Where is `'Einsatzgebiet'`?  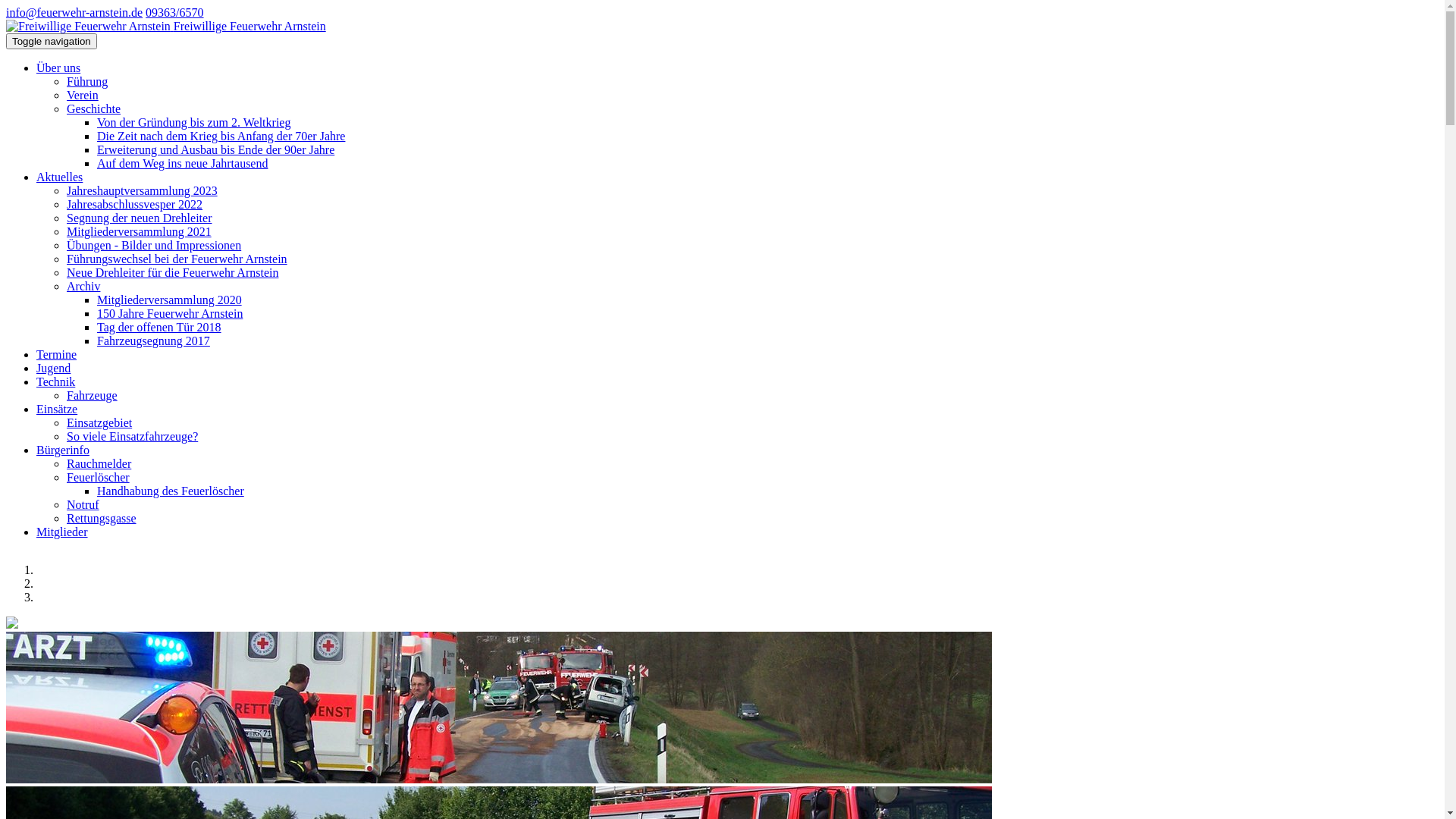 'Einsatzgebiet' is located at coordinates (98, 422).